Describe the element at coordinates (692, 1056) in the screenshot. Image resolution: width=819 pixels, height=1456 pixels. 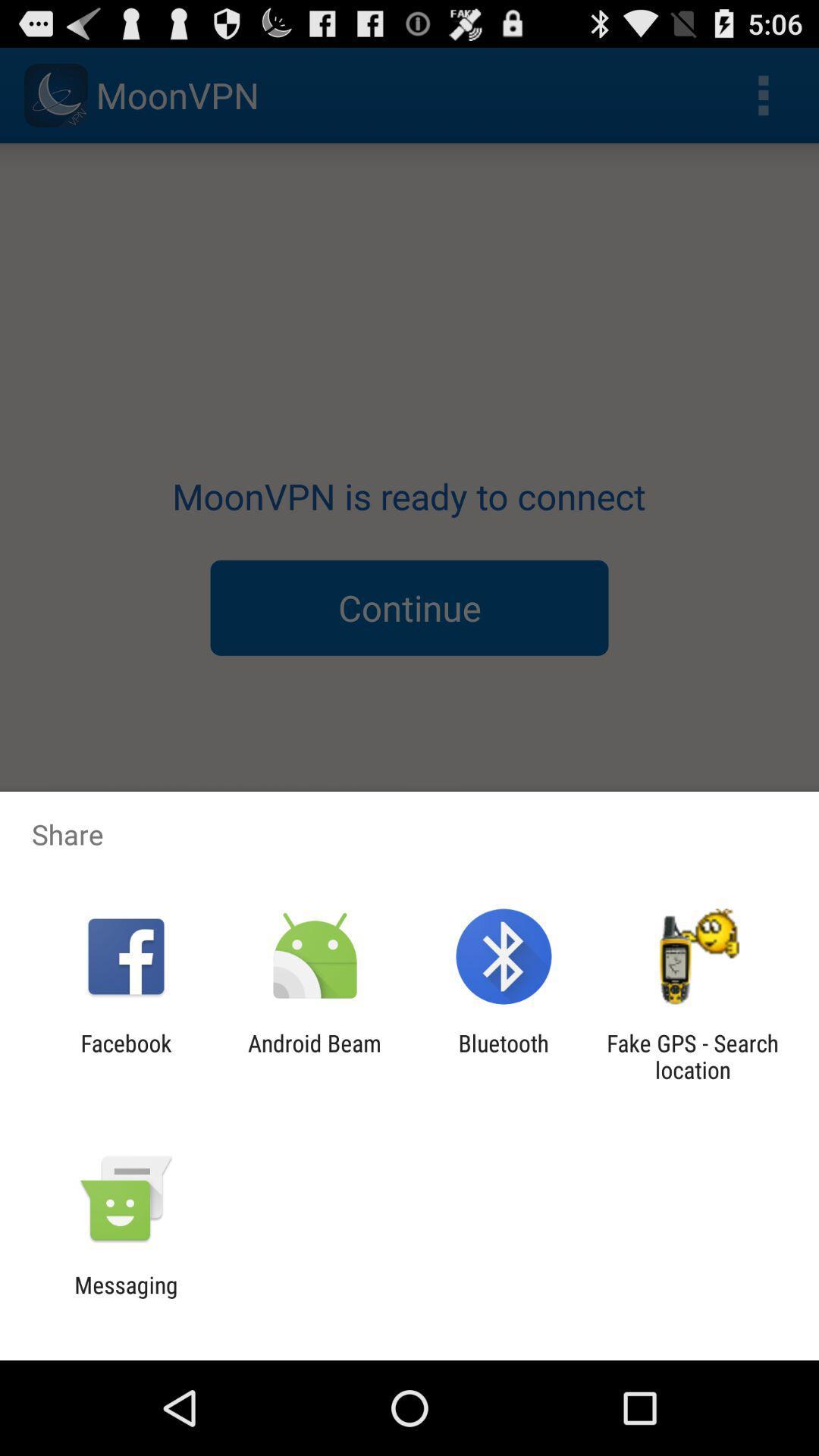
I see `the icon next to bluetooth` at that location.